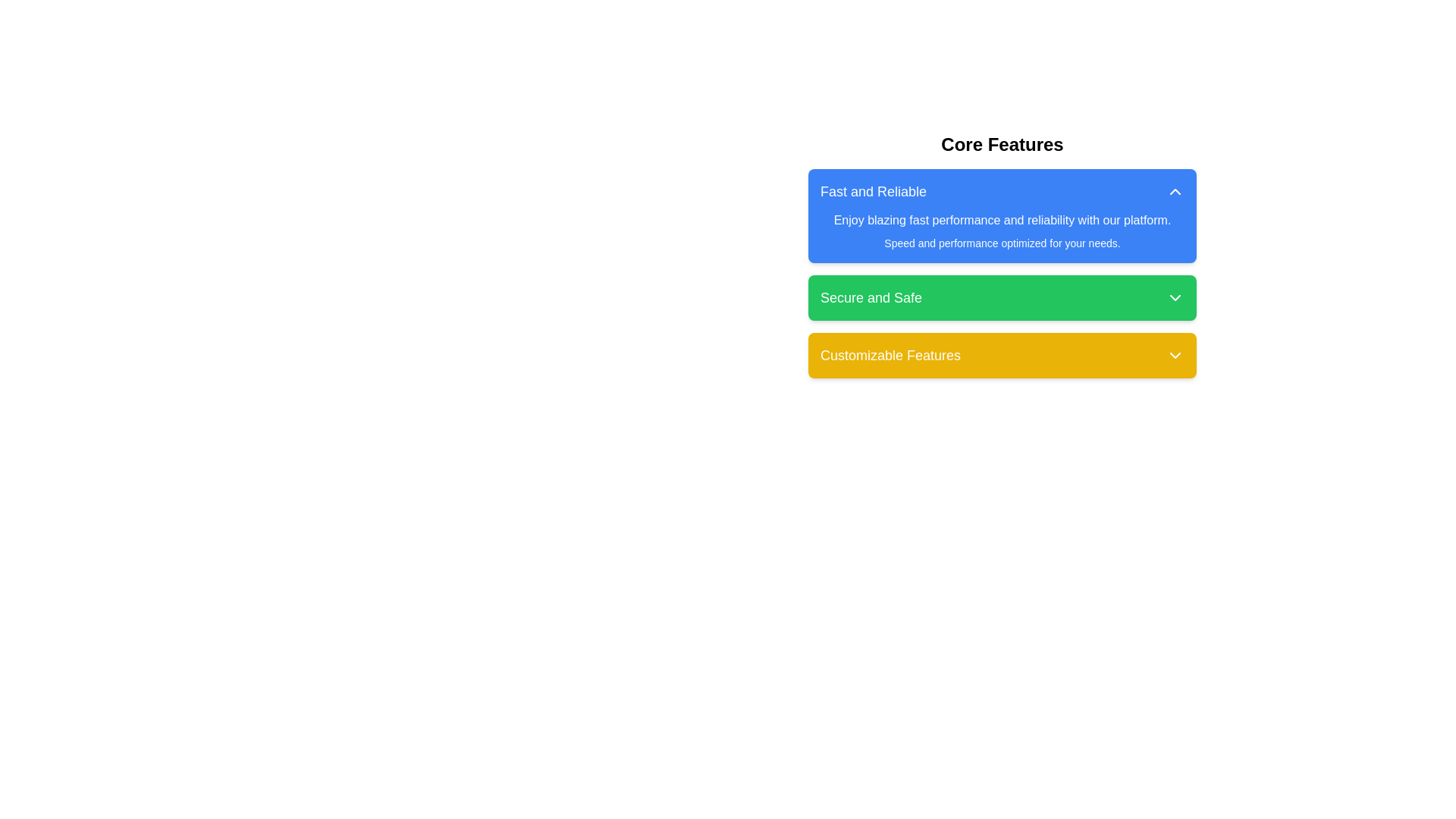 The width and height of the screenshot is (1456, 819). I want to click on the downward-facing chevron icon, so click(1175, 298).